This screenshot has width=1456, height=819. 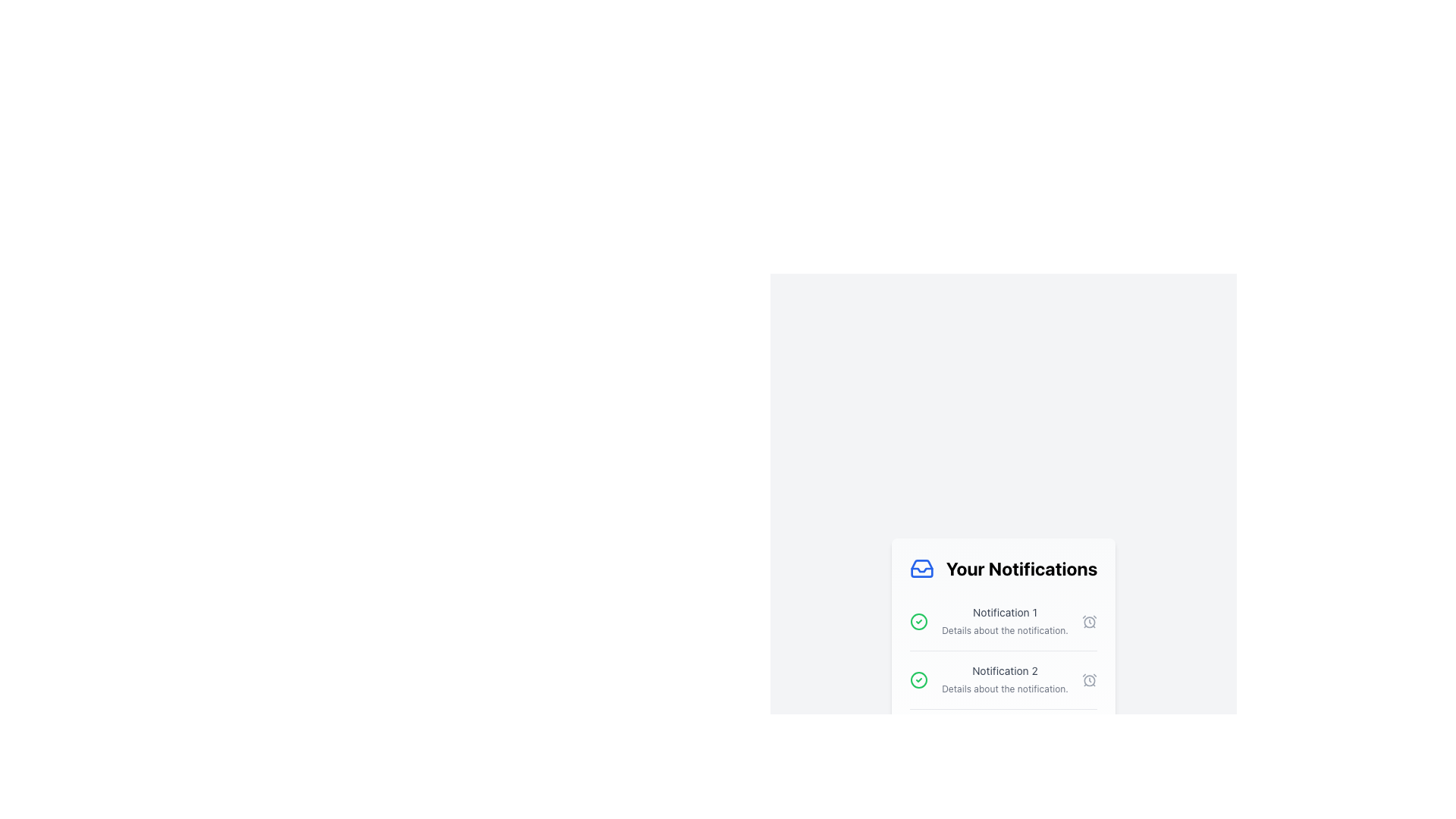 What do you see at coordinates (1005, 622) in the screenshot?
I see `text content of the first notification displayed in the Text Display Component located below the header 'Your Notifications', positioned between a green checkmark icon and a gear or clock icon` at bounding box center [1005, 622].